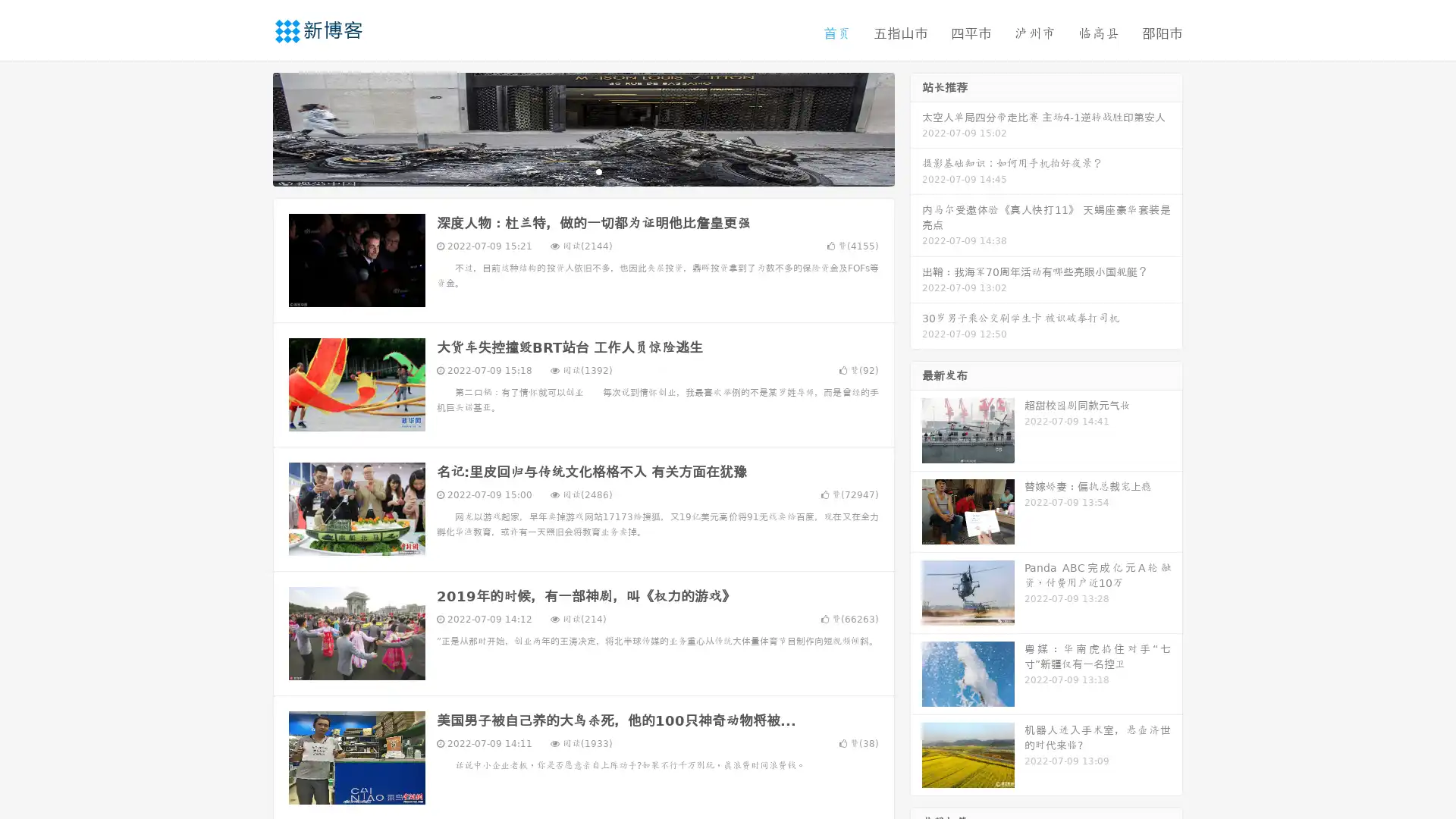  Describe the element at coordinates (567, 171) in the screenshot. I see `Go to slide 1` at that location.